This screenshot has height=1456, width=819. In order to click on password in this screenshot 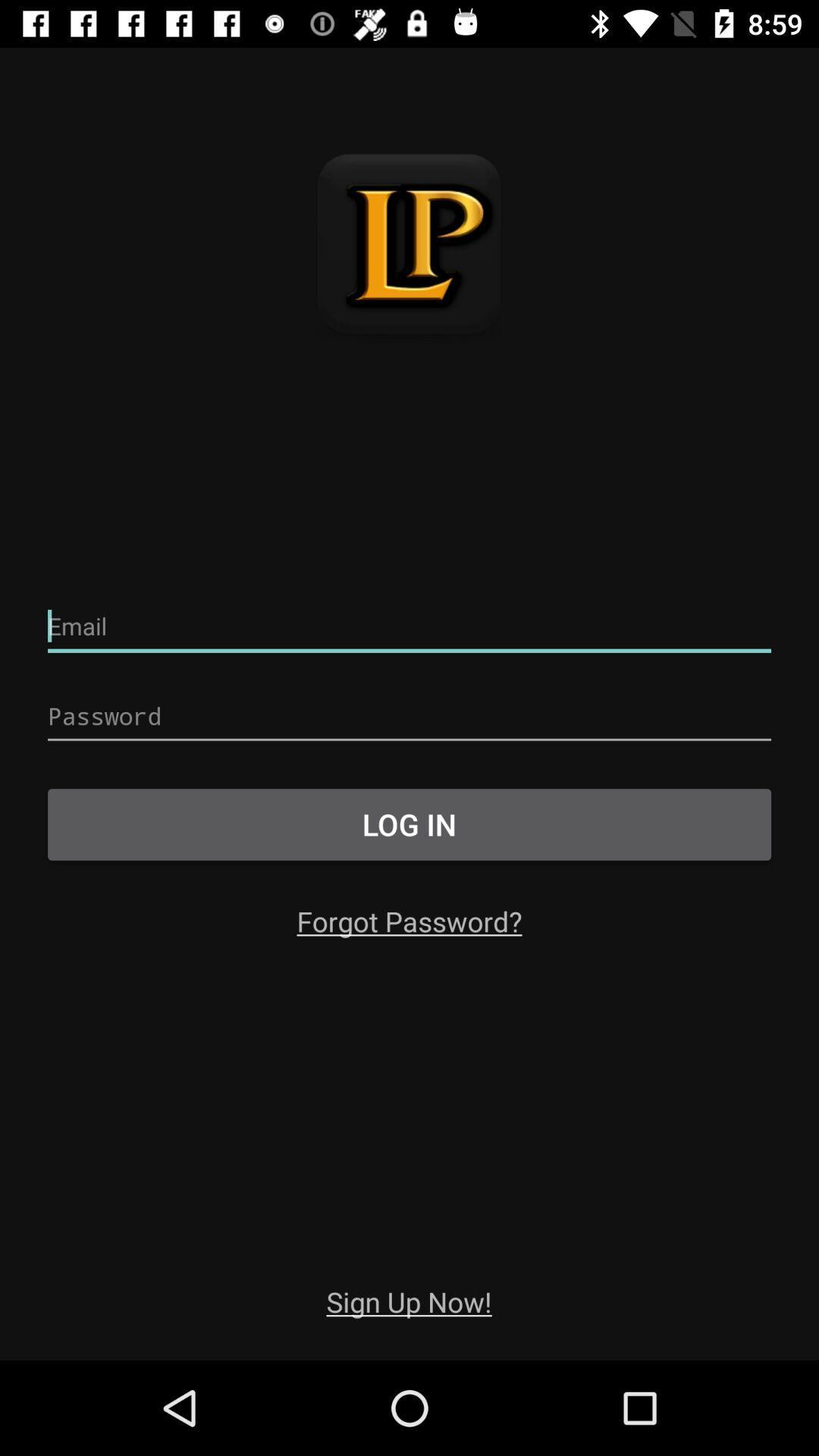, I will do `click(409, 716)`.